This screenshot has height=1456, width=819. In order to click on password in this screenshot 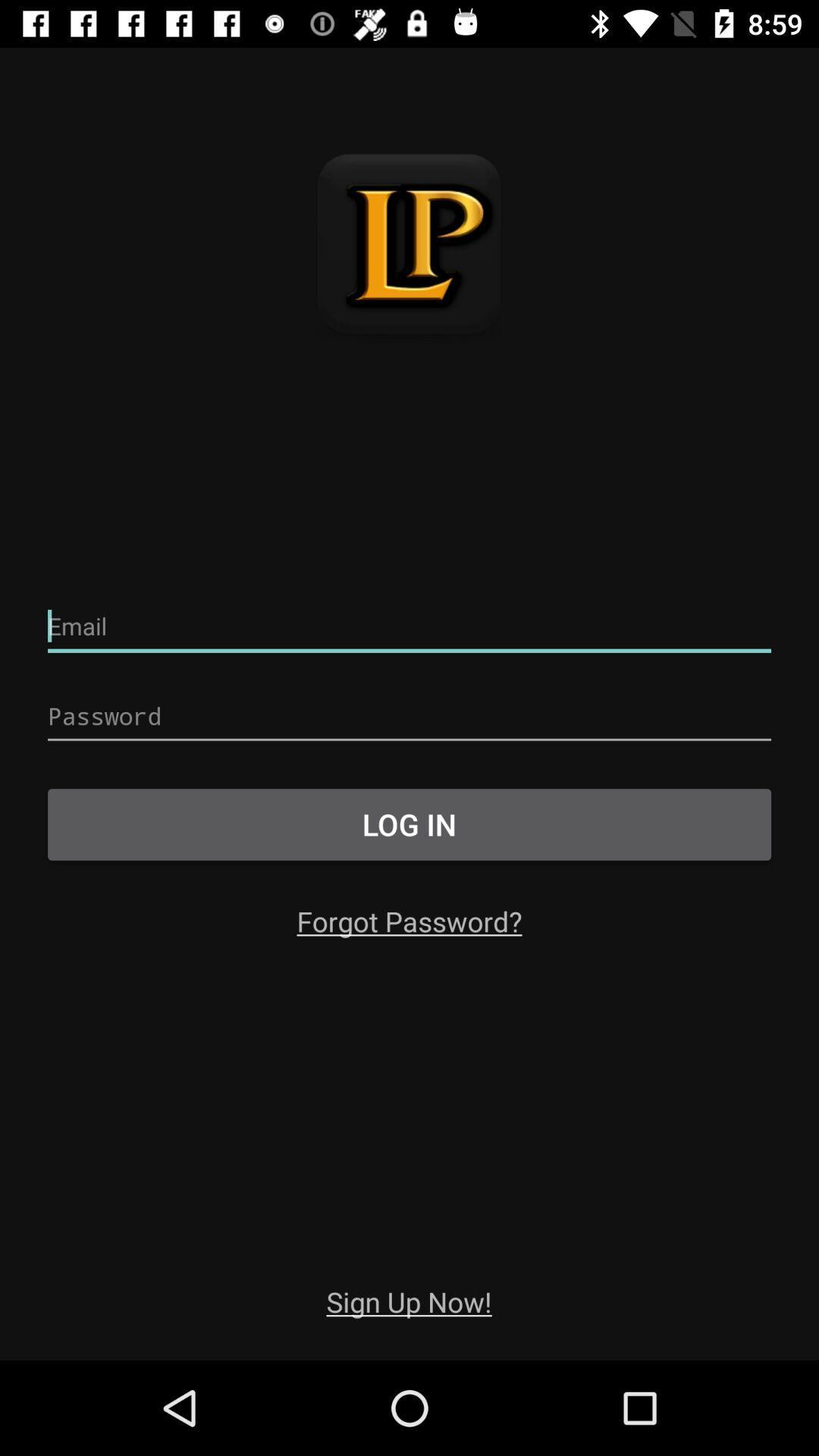, I will do `click(409, 716)`.